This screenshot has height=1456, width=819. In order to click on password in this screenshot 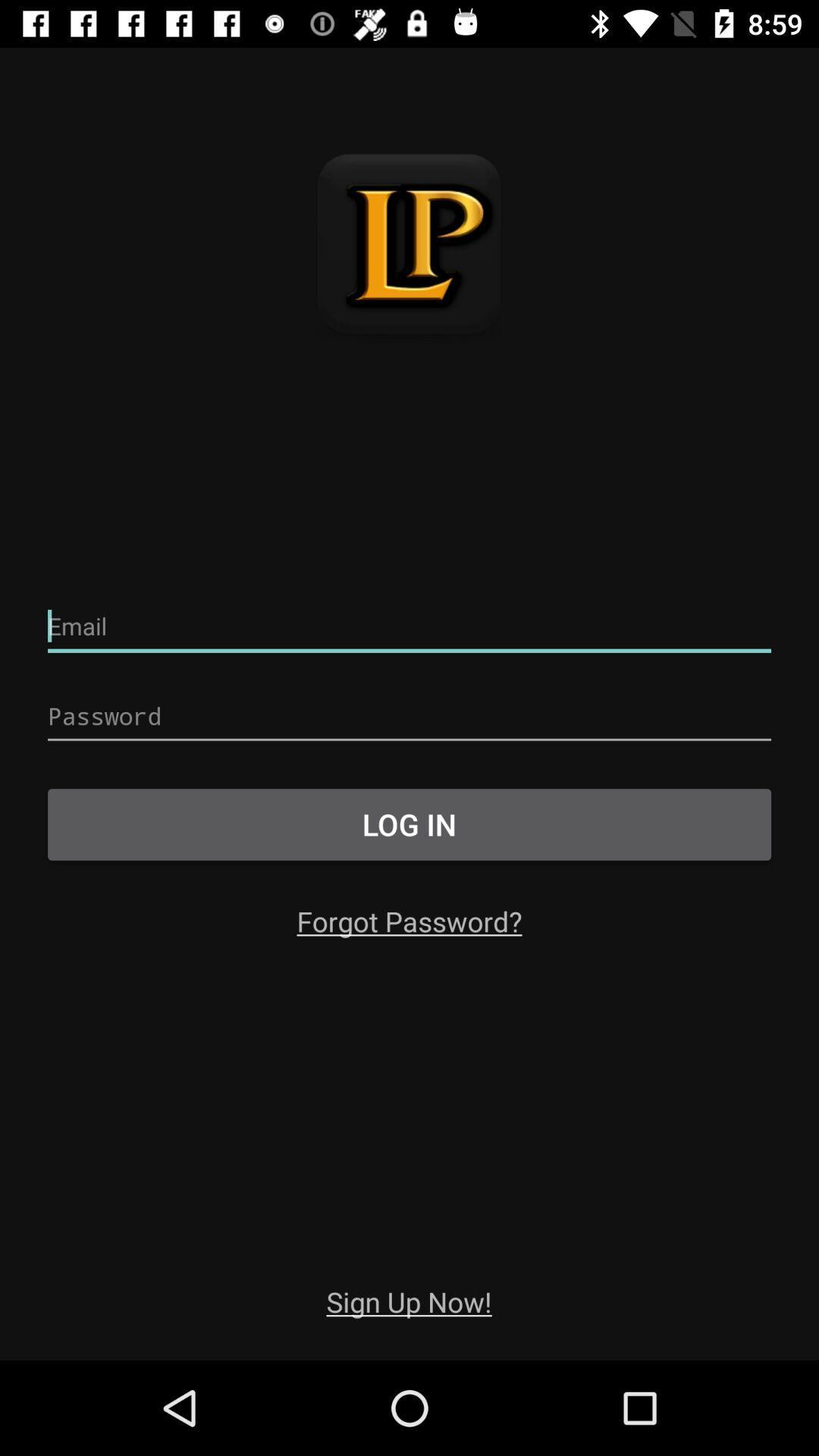, I will do `click(409, 716)`.